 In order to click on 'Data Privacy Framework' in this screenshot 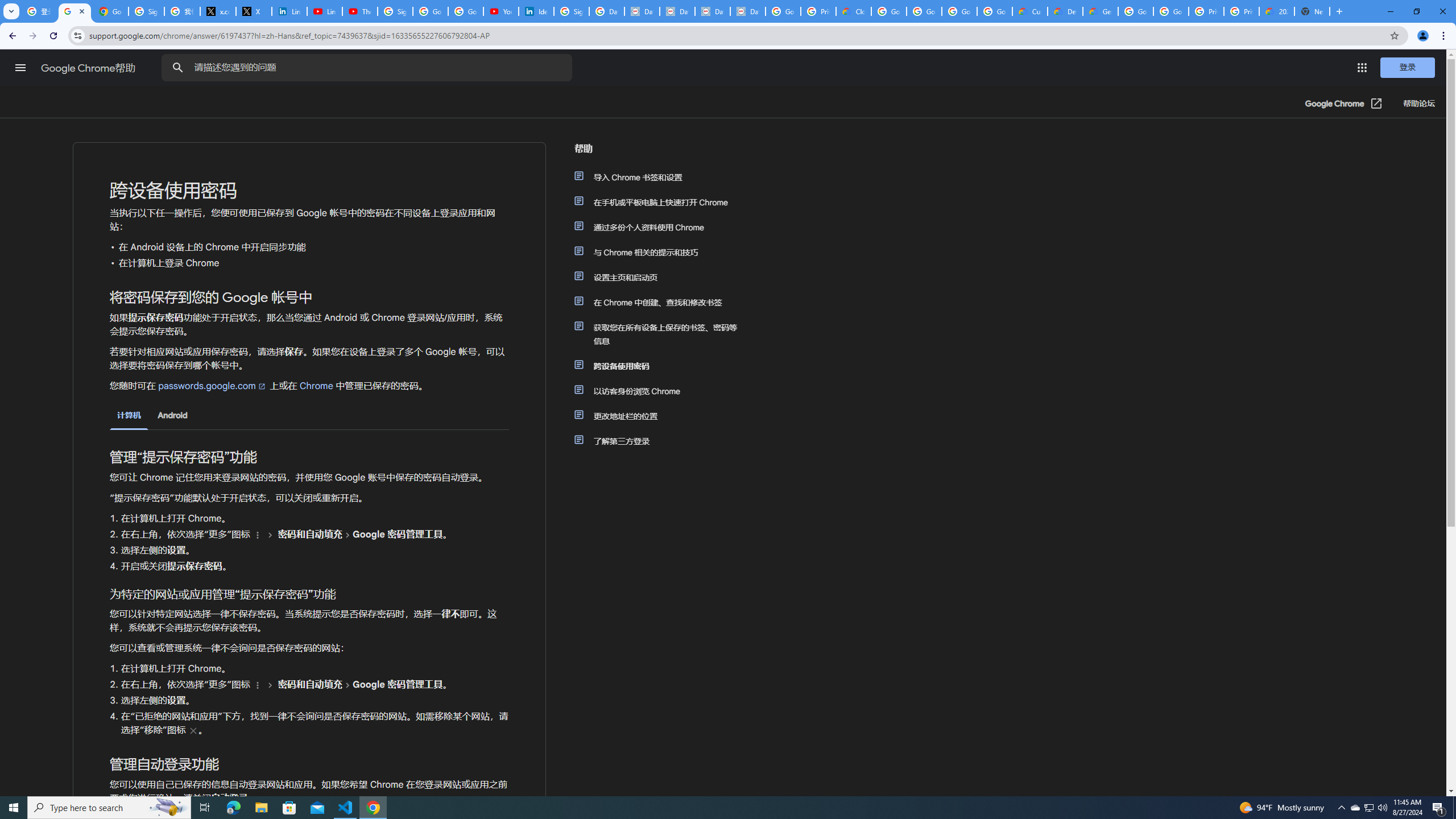, I will do `click(677, 11)`.